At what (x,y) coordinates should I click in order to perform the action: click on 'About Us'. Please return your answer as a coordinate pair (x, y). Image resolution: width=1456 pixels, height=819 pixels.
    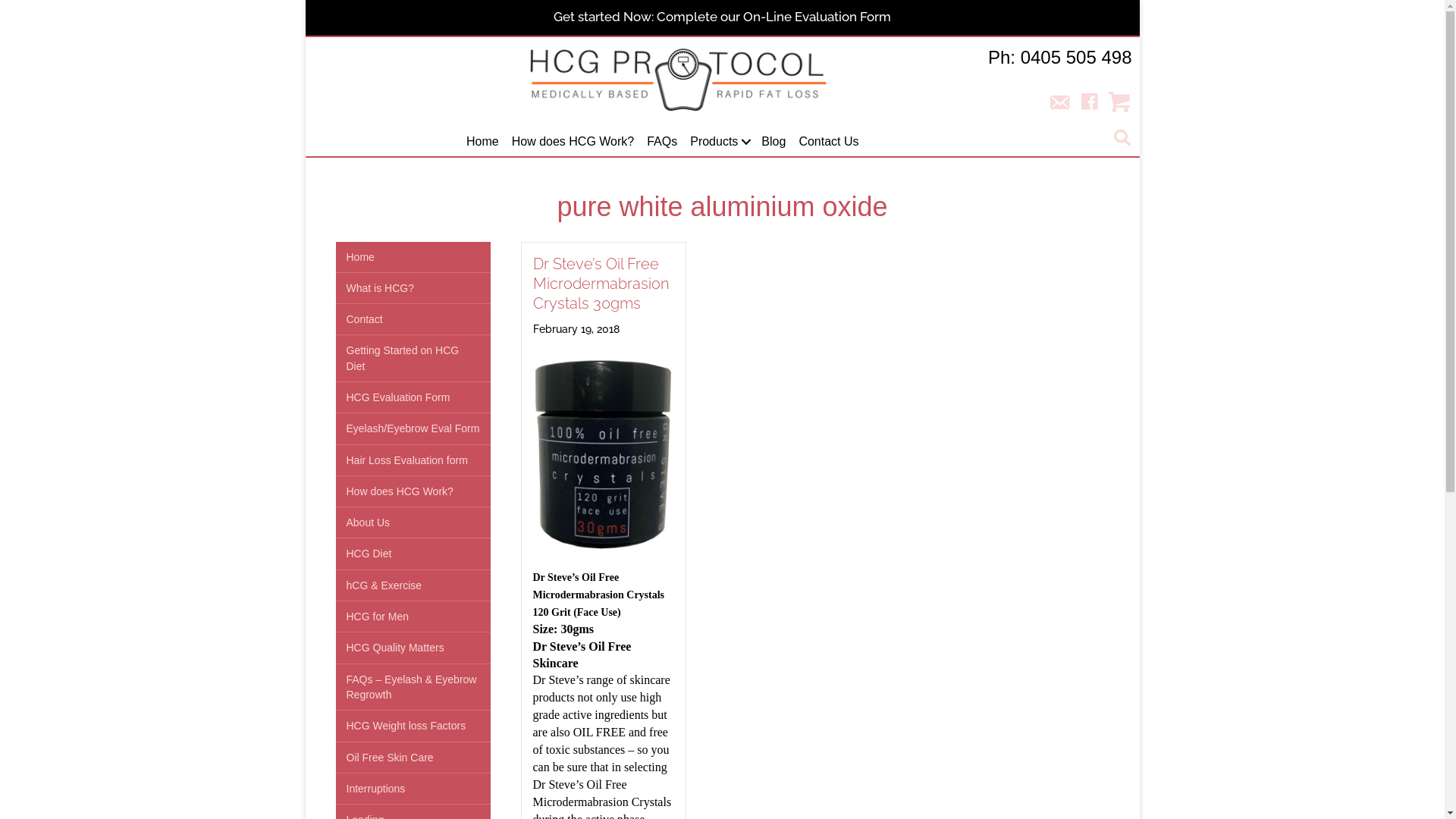
    Looking at the image, I should click on (334, 522).